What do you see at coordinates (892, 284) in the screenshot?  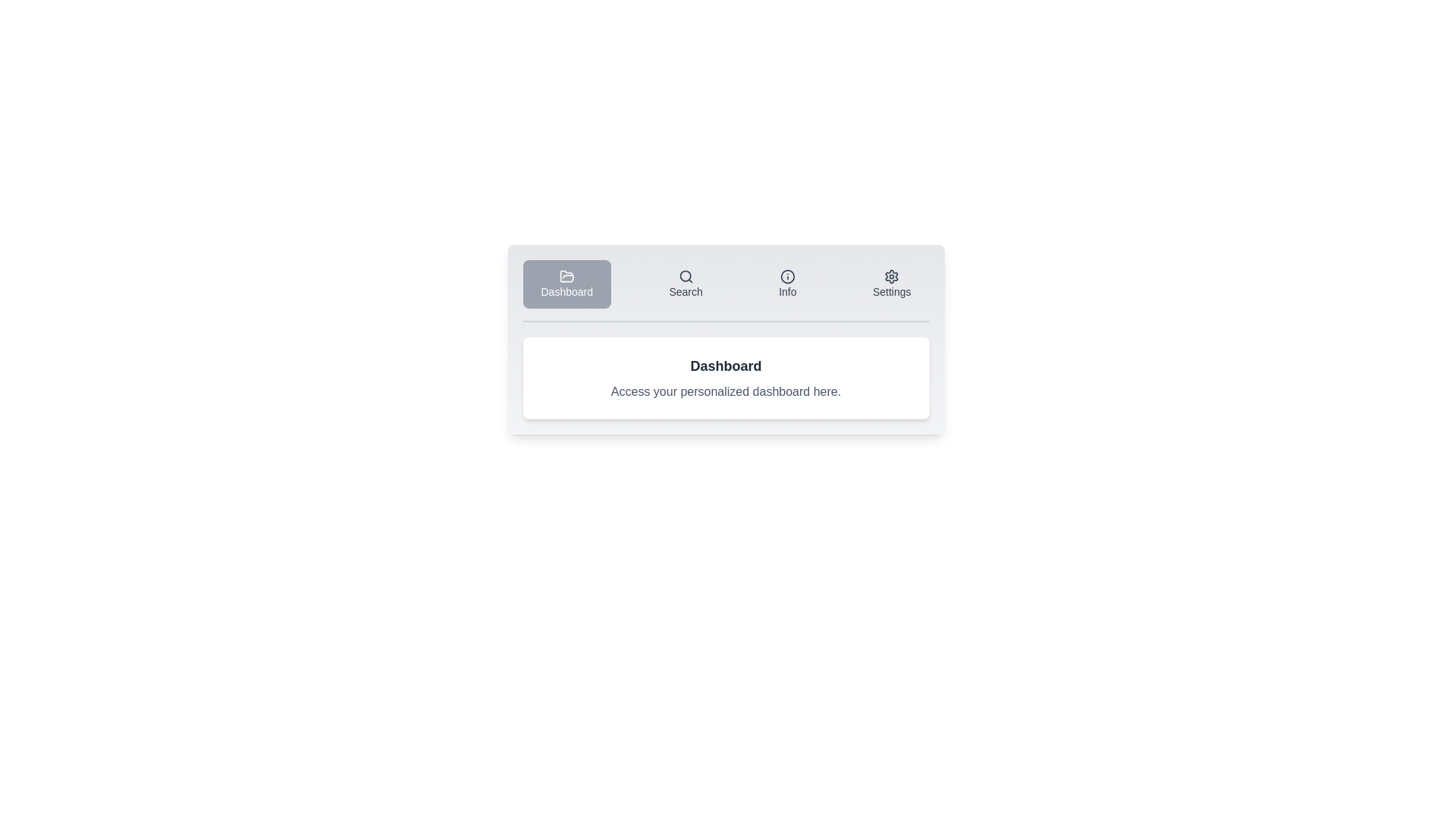 I see `the tab labeled Settings to observe its hover effect` at bounding box center [892, 284].